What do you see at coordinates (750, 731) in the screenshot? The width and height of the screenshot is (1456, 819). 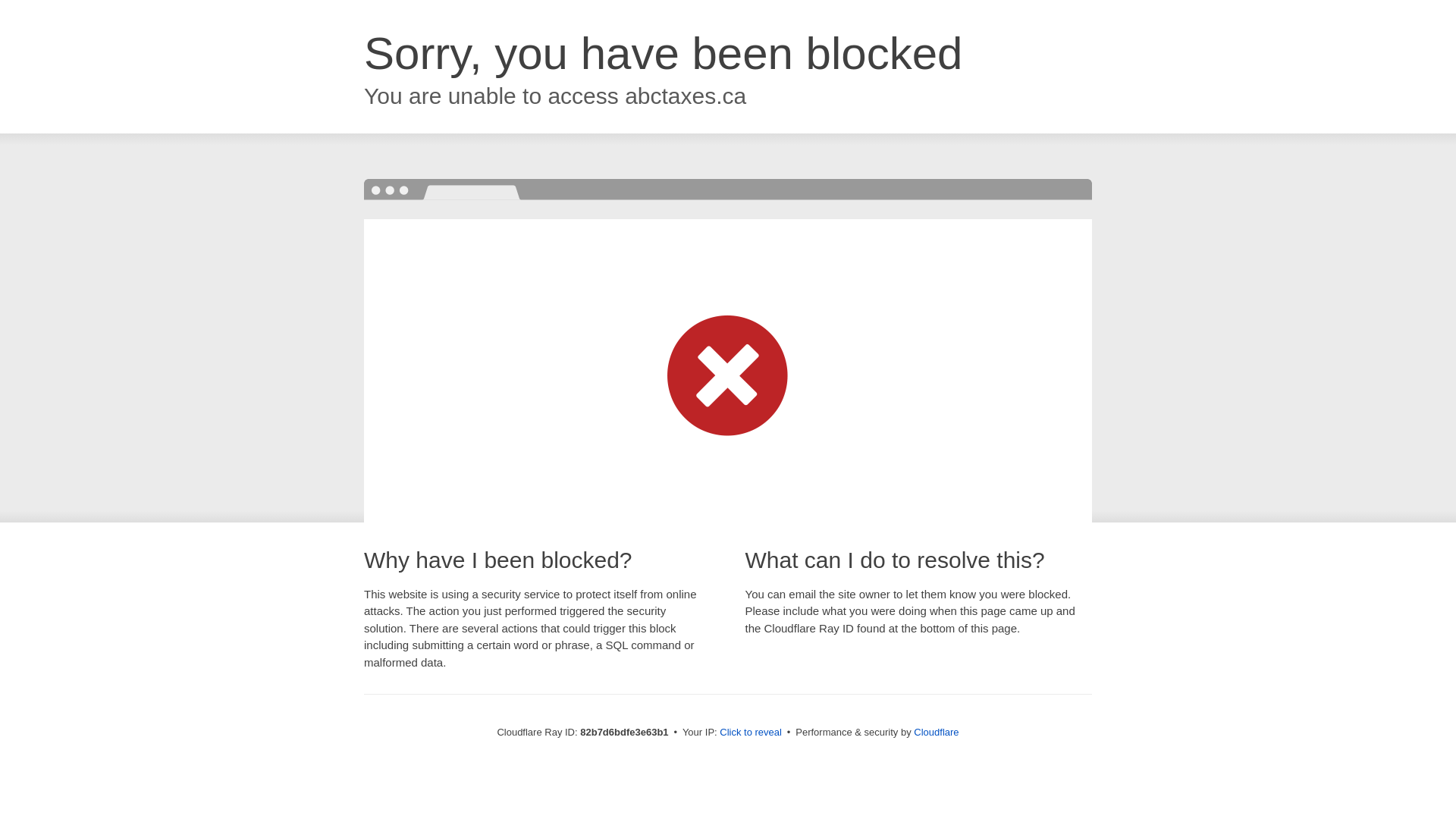 I see `'Click to reveal'` at bounding box center [750, 731].